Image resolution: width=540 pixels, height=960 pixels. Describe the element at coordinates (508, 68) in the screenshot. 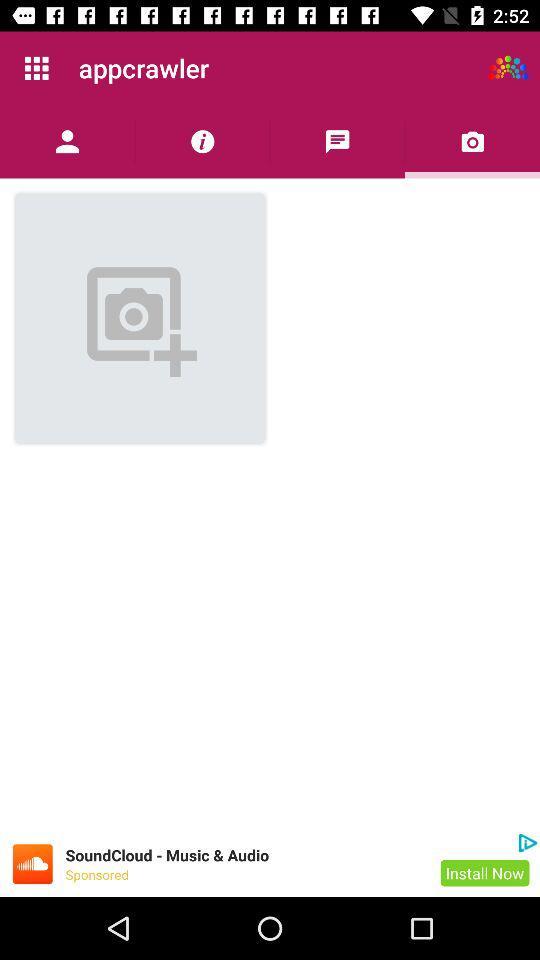

I see `activate` at that location.